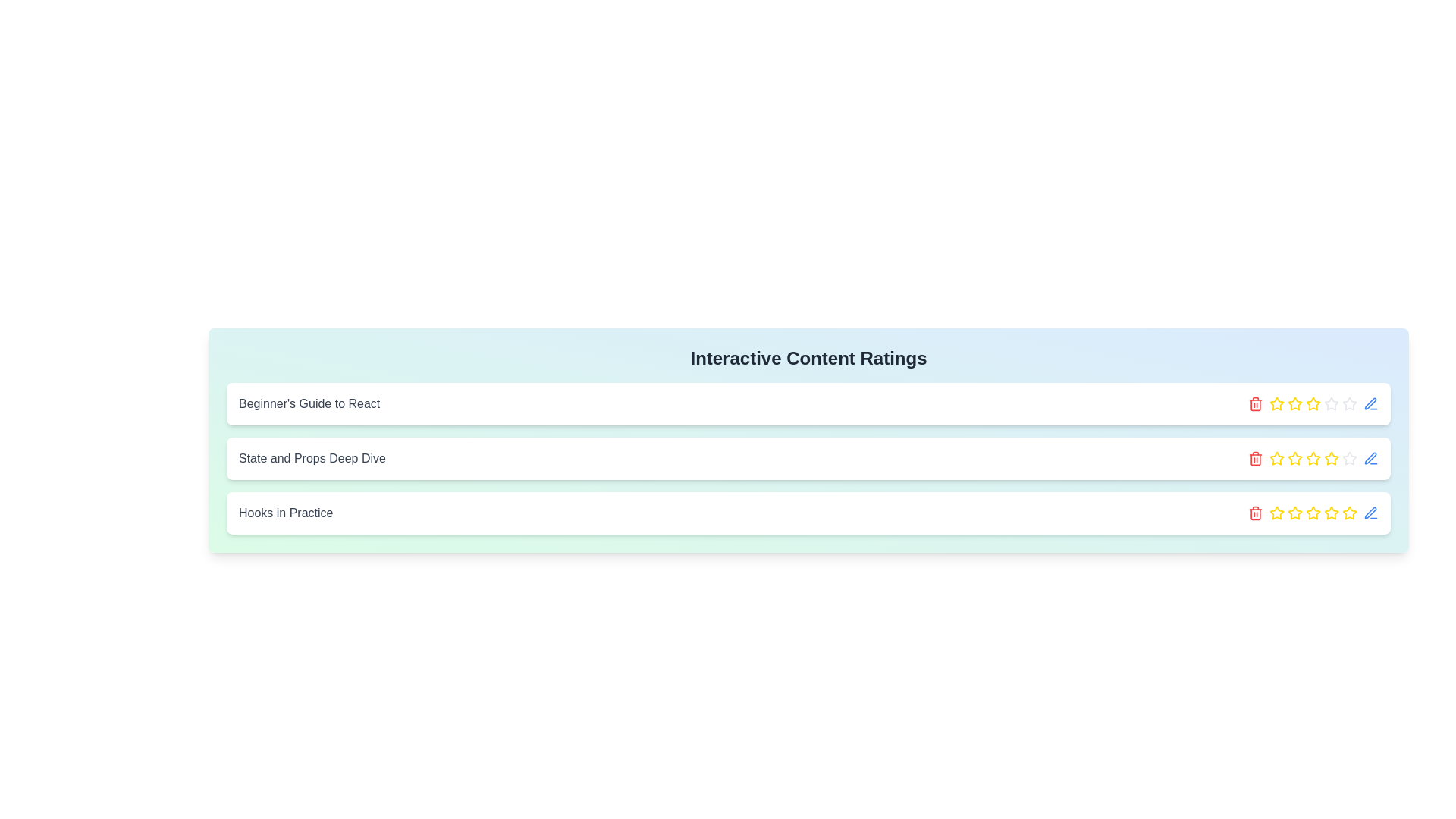 The height and width of the screenshot is (819, 1456). I want to click on the first star icon in the rating system, located in the bottommost row of interactive content to the right of the text label, so click(1276, 513).